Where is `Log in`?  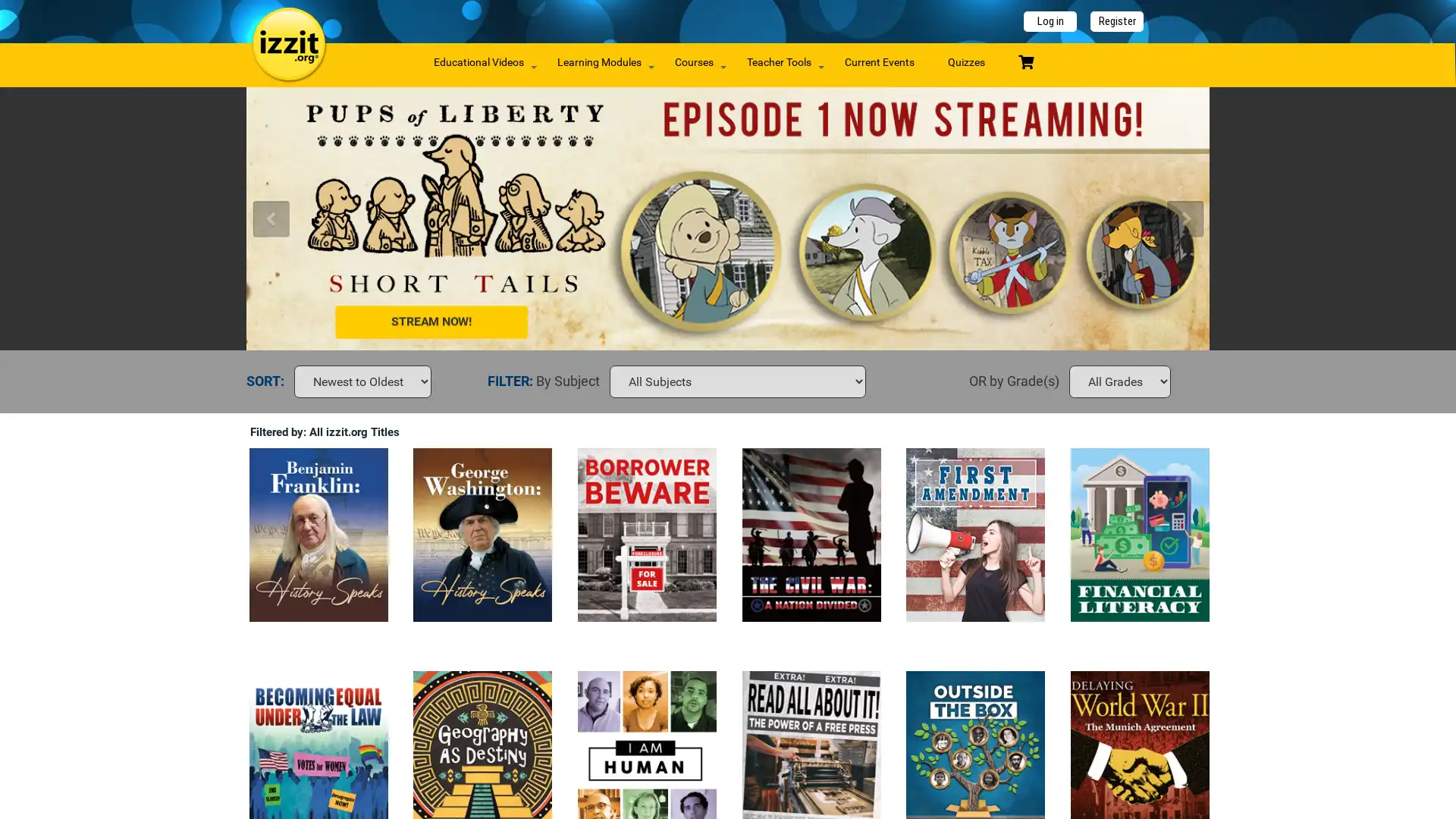 Log in is located at coordinates (1050, 21).